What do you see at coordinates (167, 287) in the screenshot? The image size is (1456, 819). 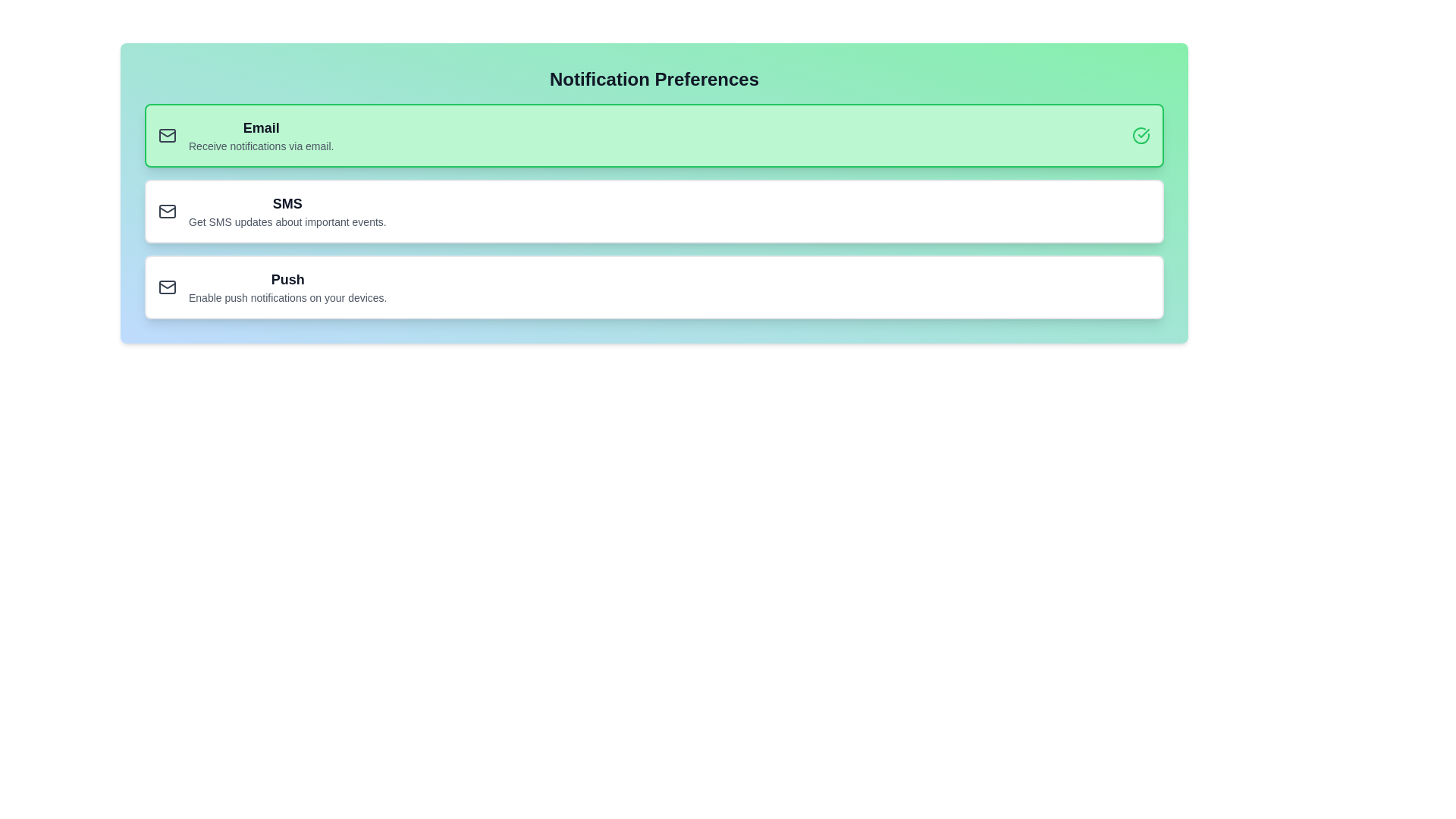 I see `the push notifications icon located on the left side of the third notification preference titled 'Push'` at bounding box center [167, 287].